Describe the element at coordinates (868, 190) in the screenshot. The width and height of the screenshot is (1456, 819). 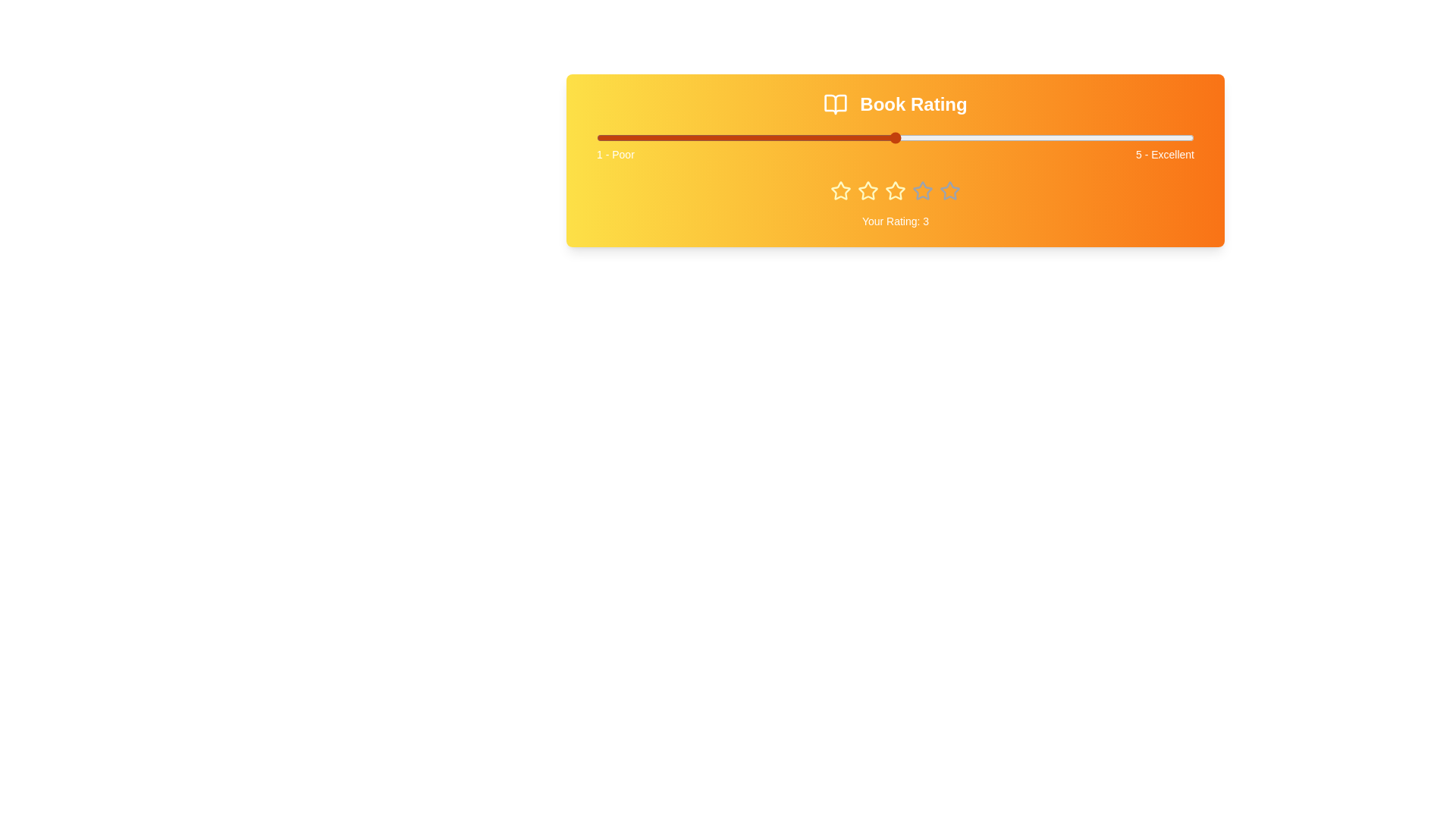
I see `the third star icon in the five-level rating system` at that location.